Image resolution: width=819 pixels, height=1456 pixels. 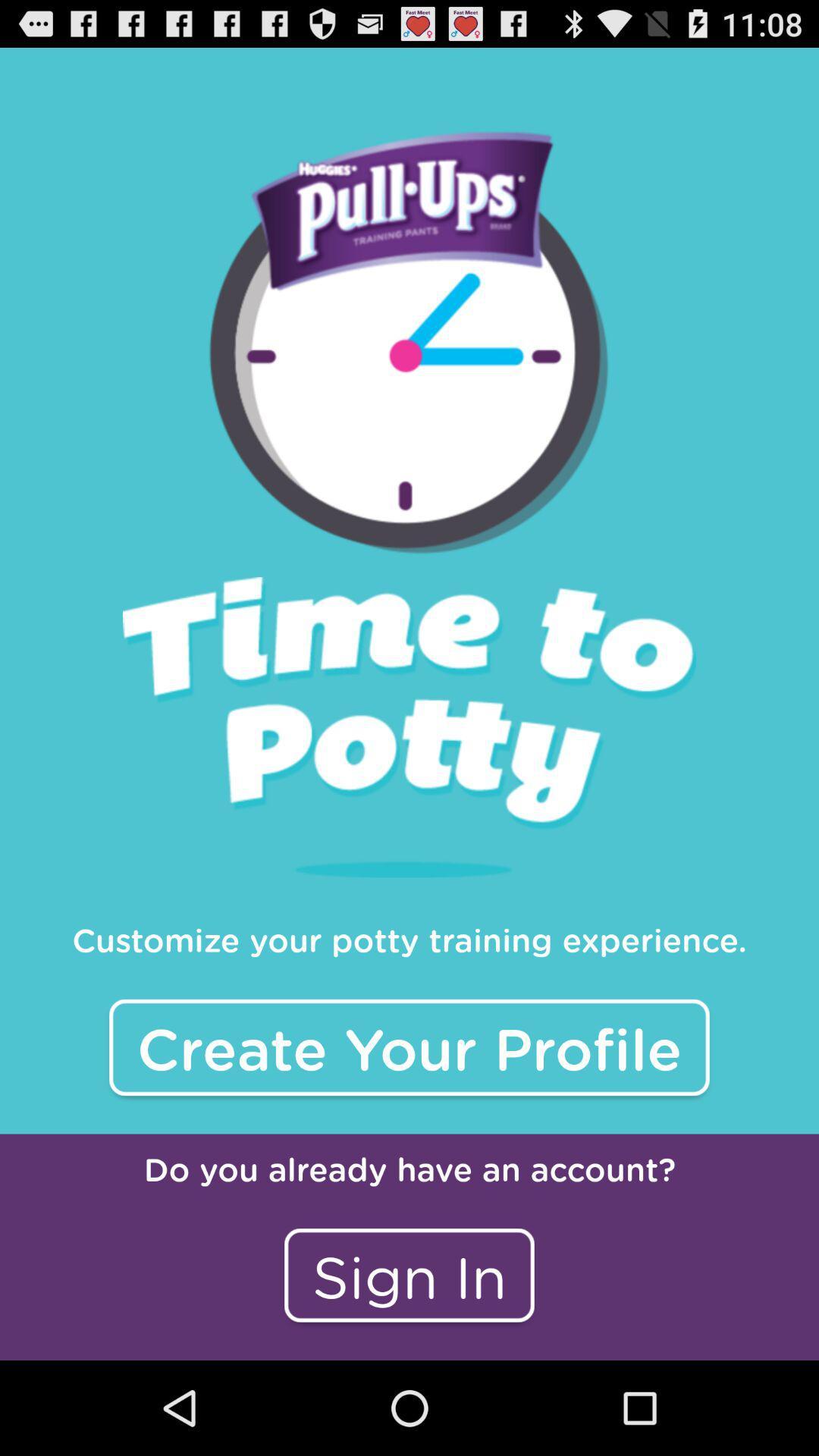 What do you see at coordinates (409, 1274) in the screenshot?
I see `icon below do you already app` at bounding box center [409, 1274].